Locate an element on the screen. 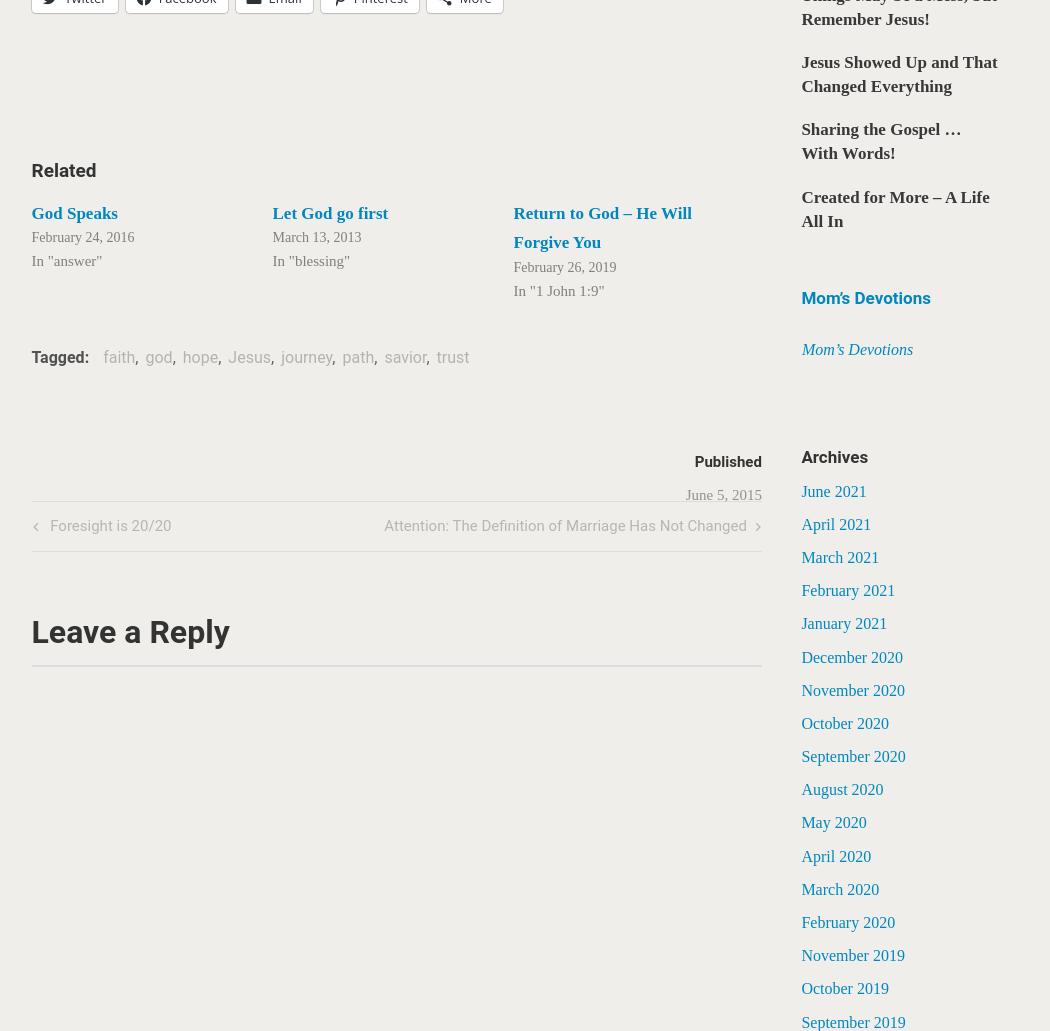 The width and height of the screenshot is (1050, 1031). 'June 2021' is located at coordinates (833, 490).